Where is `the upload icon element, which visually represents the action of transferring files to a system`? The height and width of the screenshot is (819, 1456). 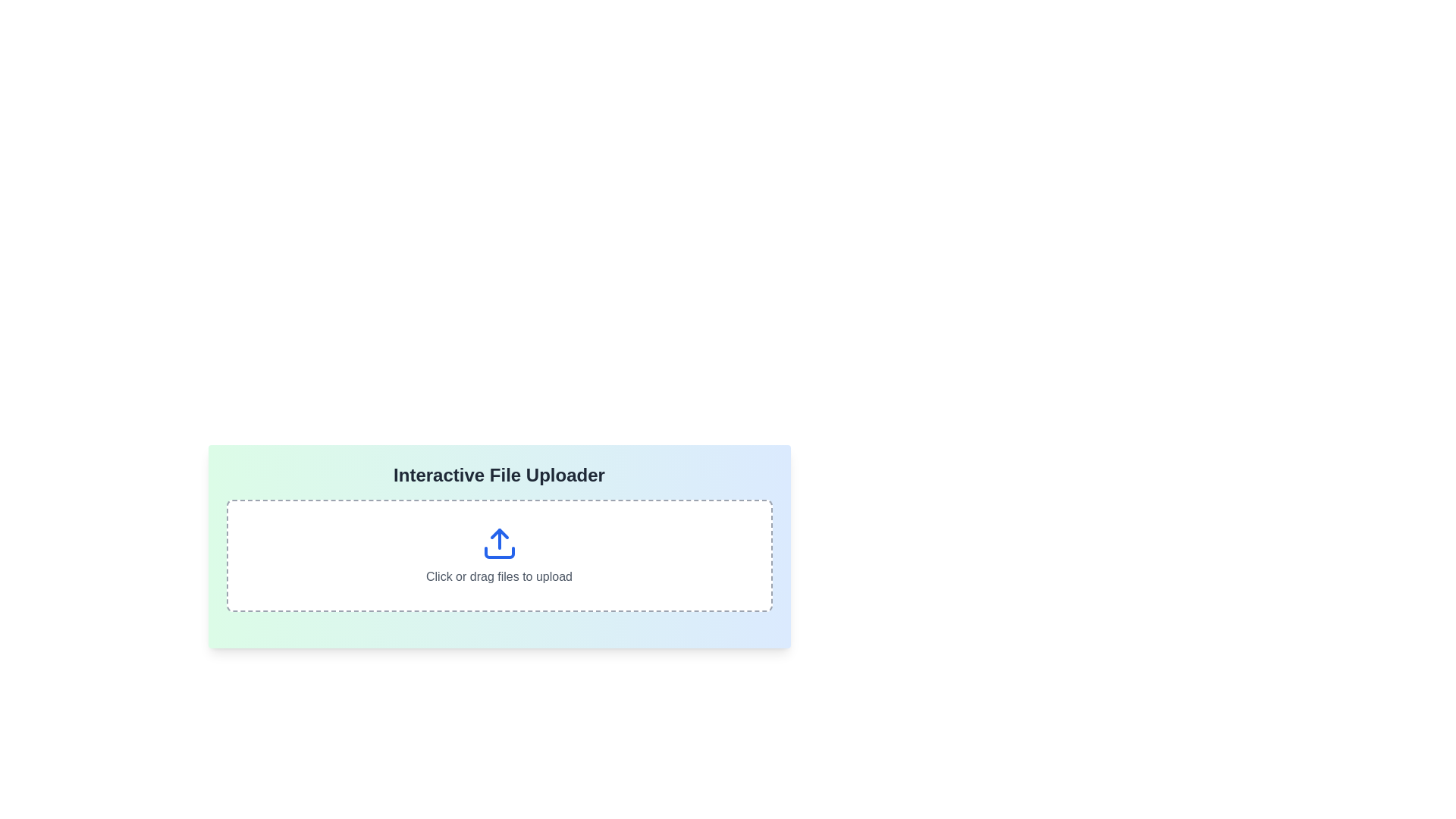 the upload icon element, which visually represents the action of transferring files to a system is located at coordinates (499, 543).